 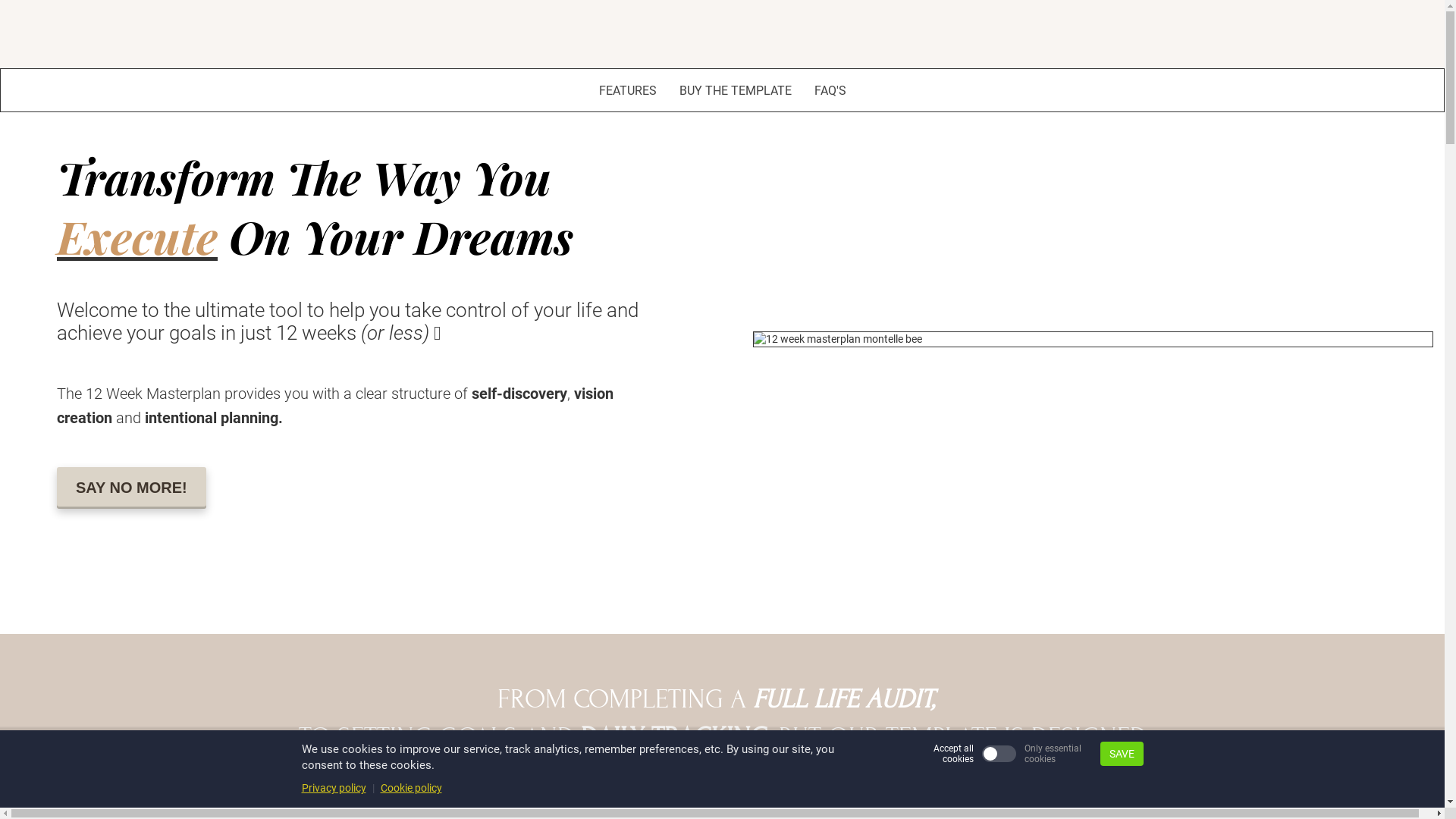 What do you see at coordinates (131, 488) in the screenshot?
I see `'SAY NO MORE!'` at bounding box center [131, 488].